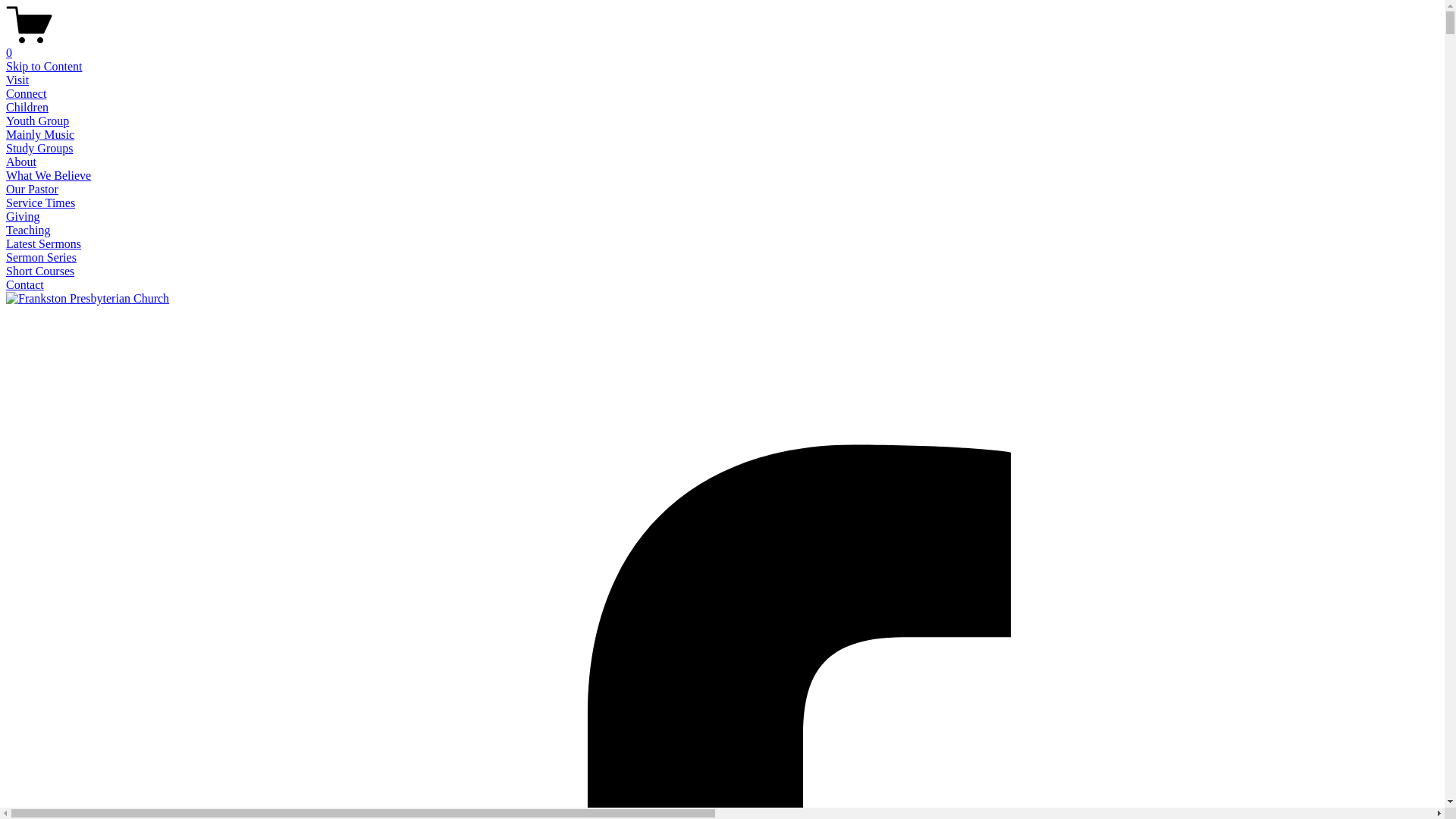 This screenshot has height=819, width=1456. What do you see at coordinates (22, 216) in the screenshot?
I see `'Giving'` at bounding box center [22, 216].